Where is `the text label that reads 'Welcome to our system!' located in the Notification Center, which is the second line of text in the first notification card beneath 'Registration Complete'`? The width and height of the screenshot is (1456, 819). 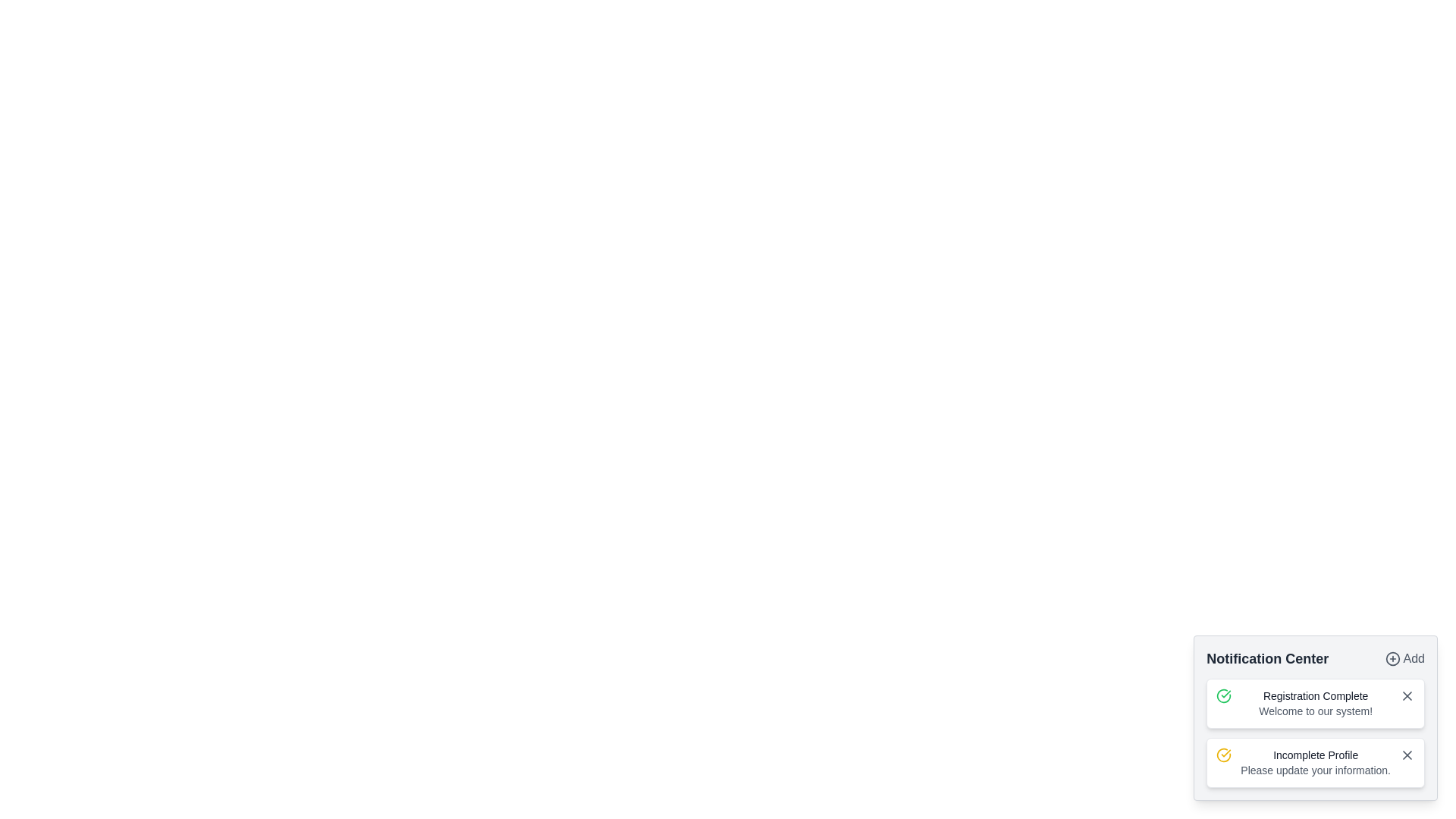 the text label that reads 'Welcome to our system!' located in the Notification Center, which is the second line of text in the first notification card beneath 'Registration Complete' is located at coordinates (1315, 711).